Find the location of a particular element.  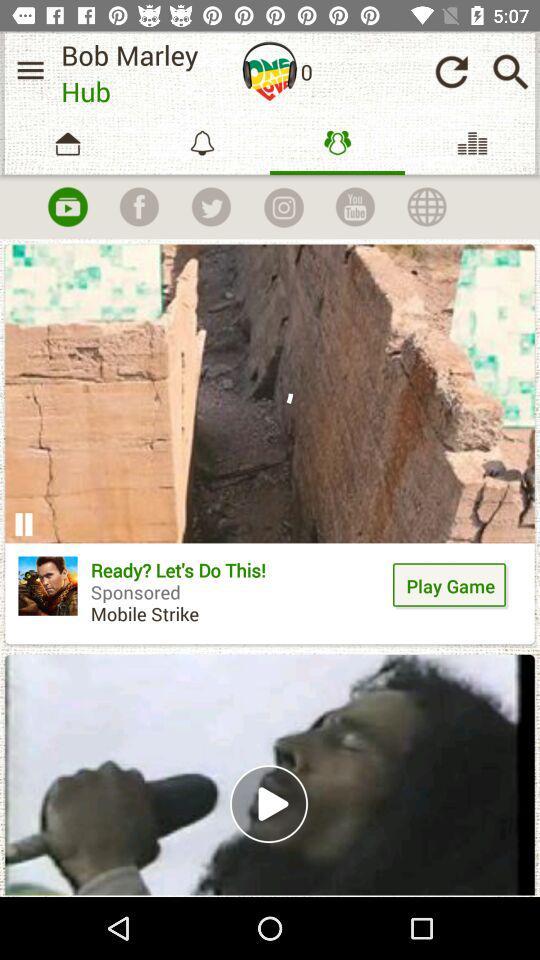

the icon to the right of the ready let s icon is located at coordinates (450, 586).